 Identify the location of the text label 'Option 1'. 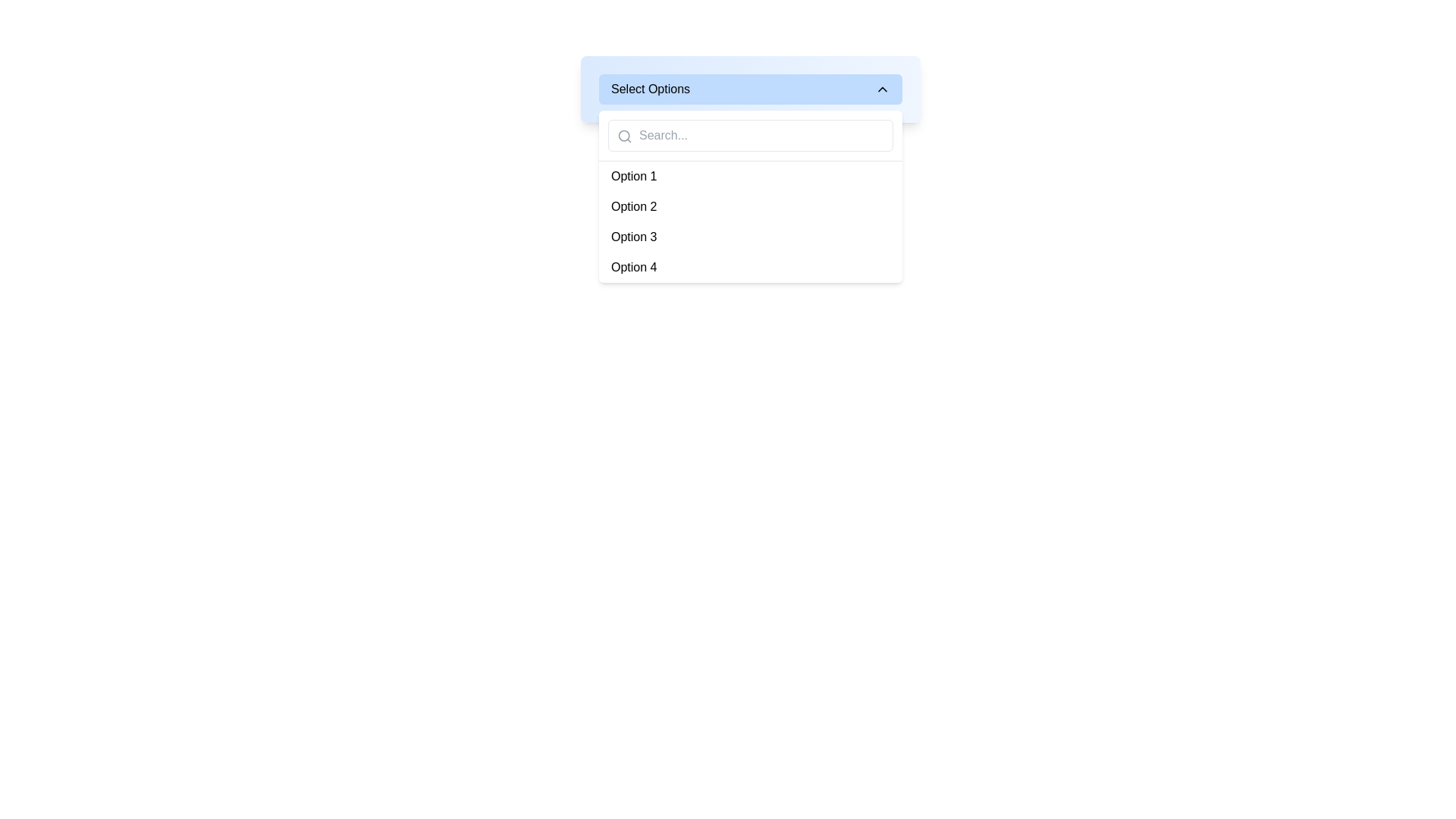
(634, 175).